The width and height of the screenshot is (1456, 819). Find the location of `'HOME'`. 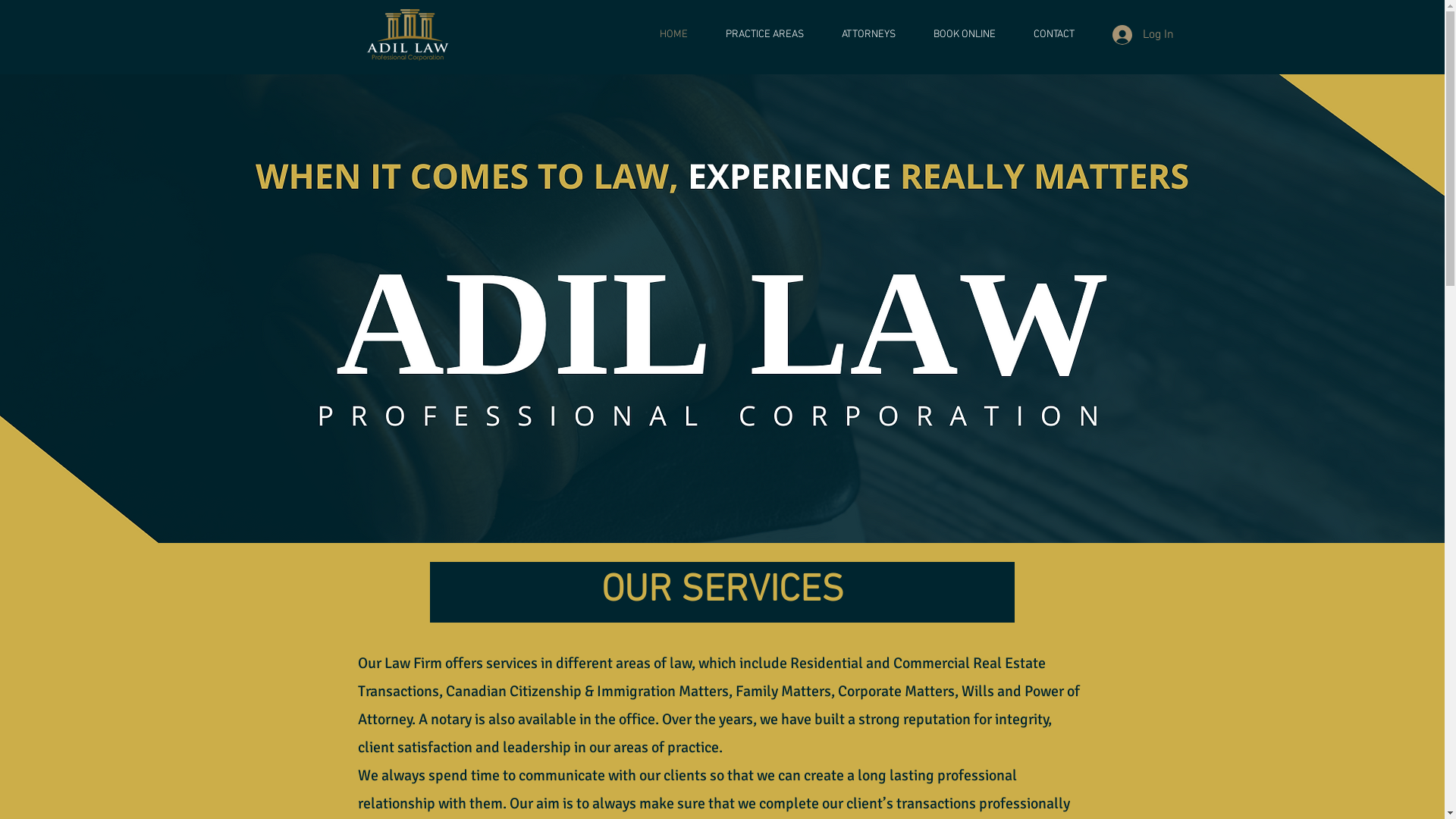

'HOME' is located at coordinates (672, 34).